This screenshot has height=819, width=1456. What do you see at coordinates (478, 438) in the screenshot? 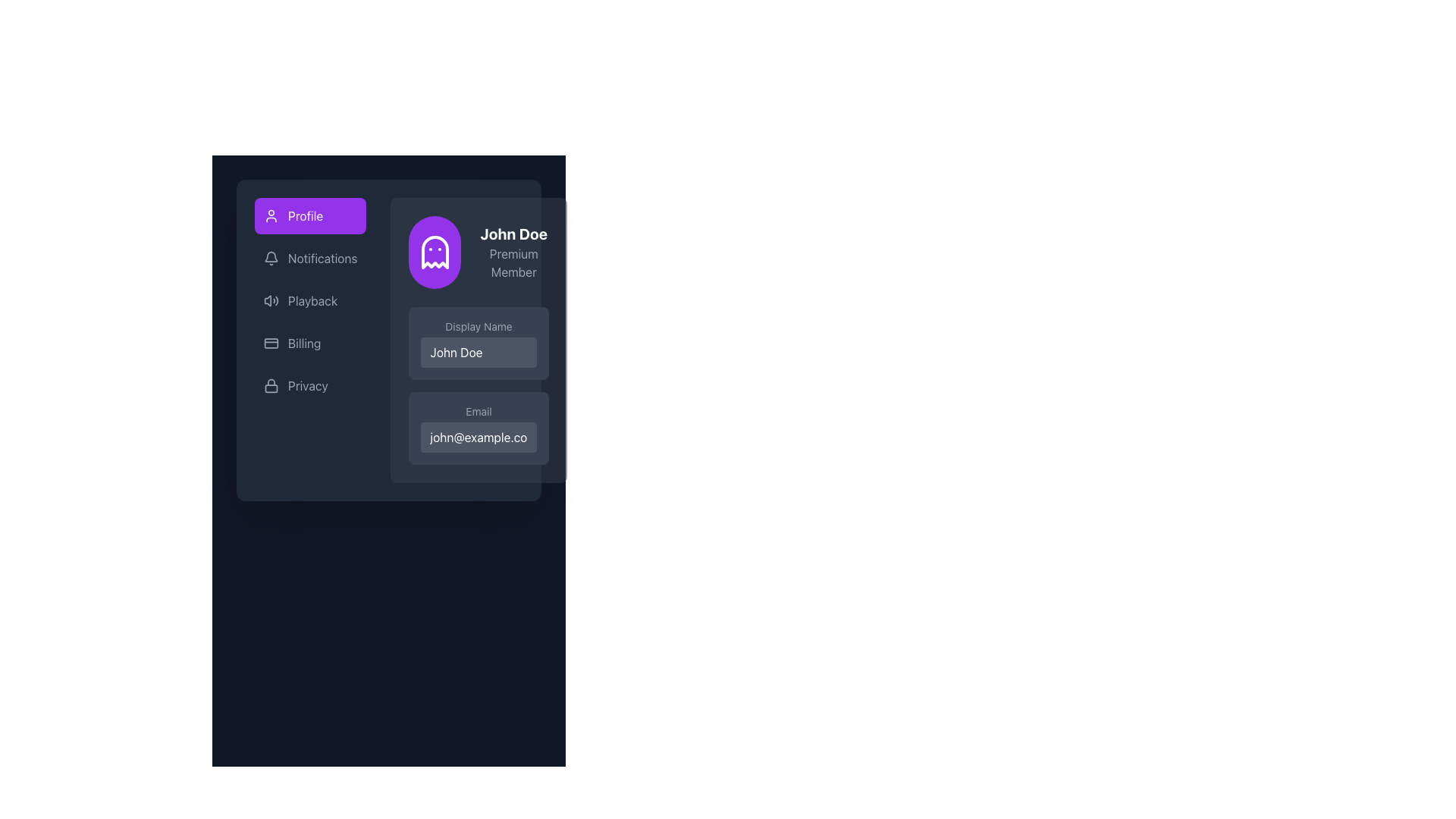
I see `the email input field located beneath the 'Email' label` at bounding box center [478, 438].